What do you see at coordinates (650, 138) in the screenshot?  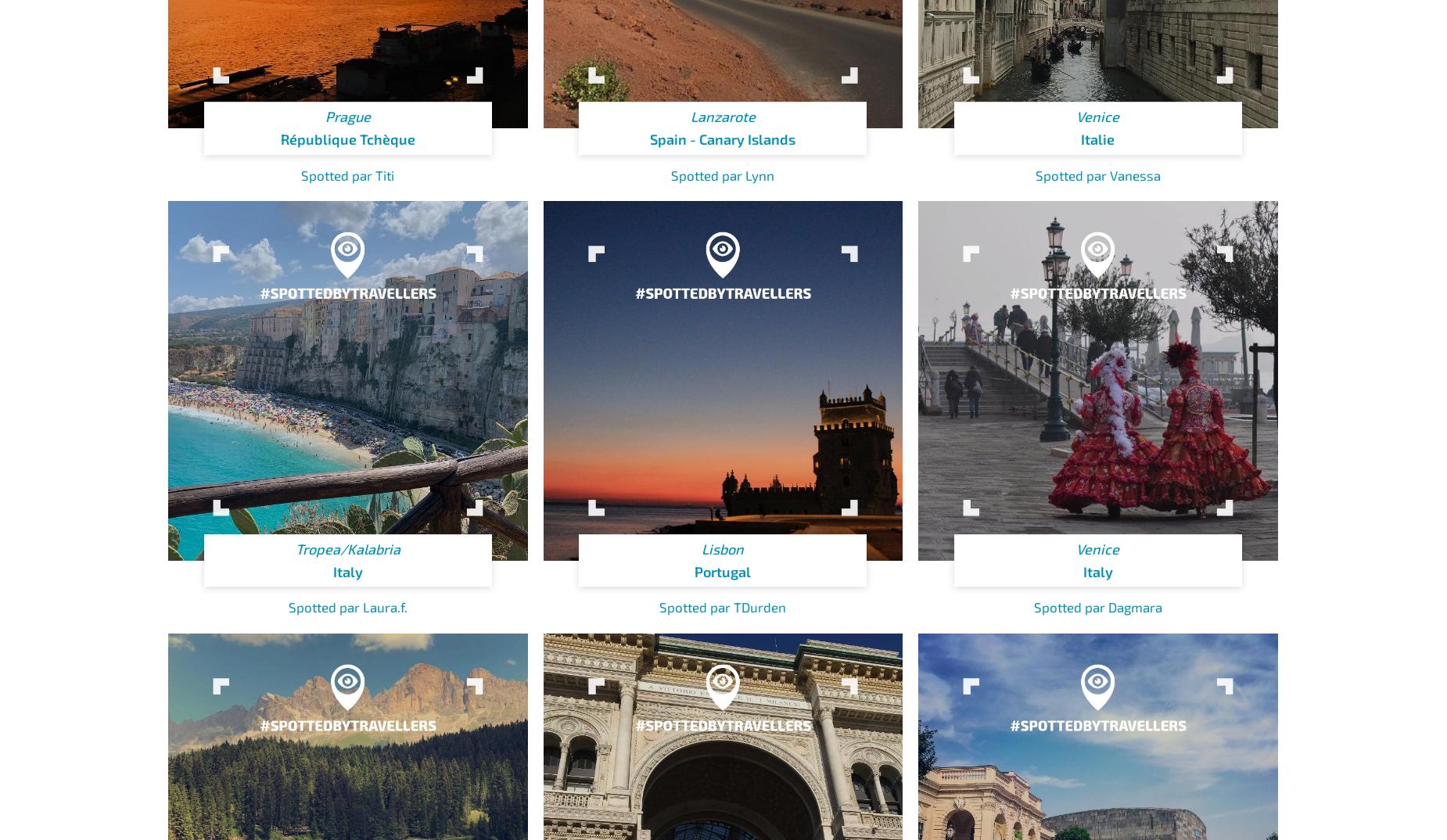 I see `'Spain - Canary Islands'` at bounding box center [650, 138].